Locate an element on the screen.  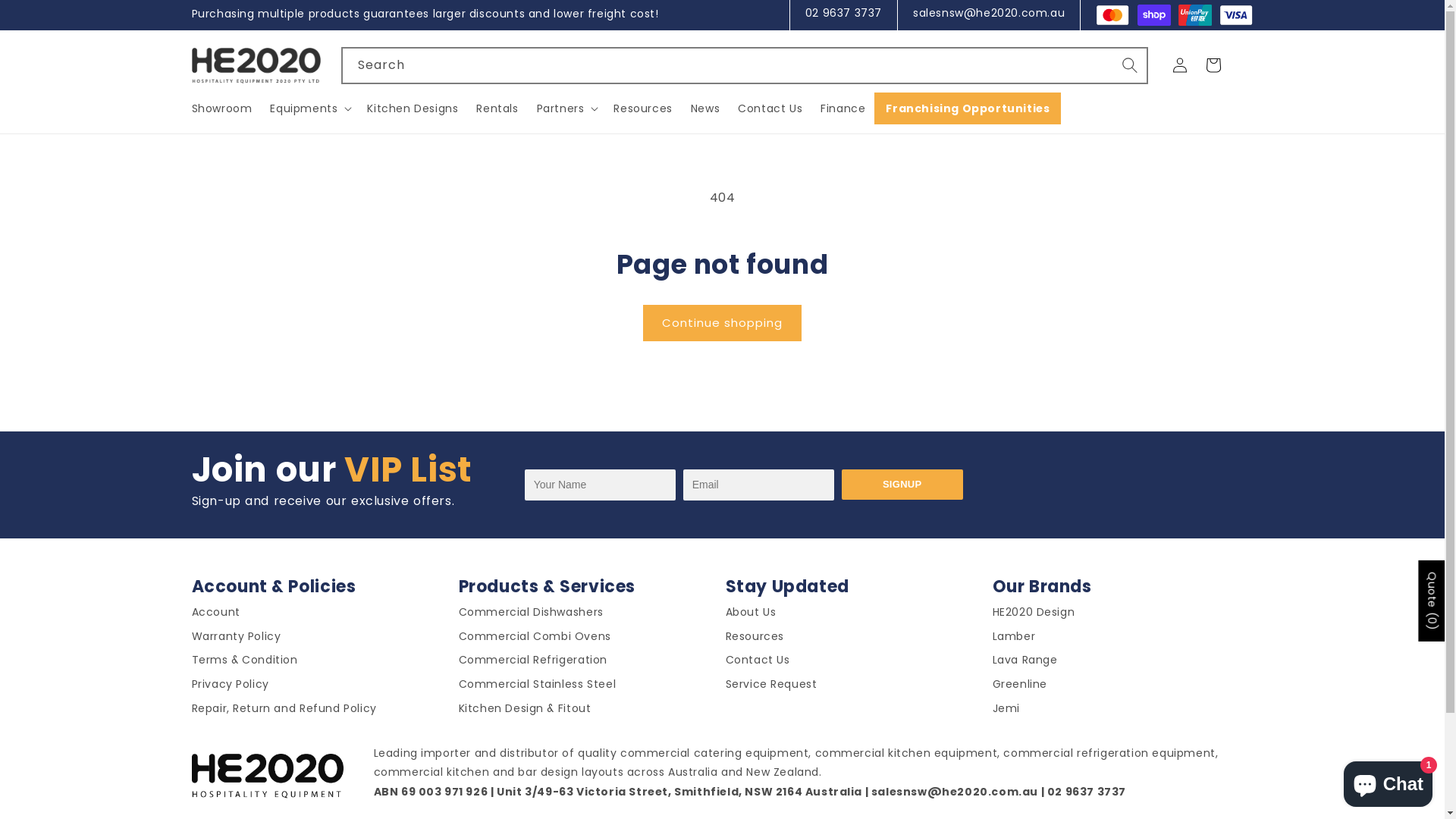
'Terms & Condition' is located at coordinates (190, 662).